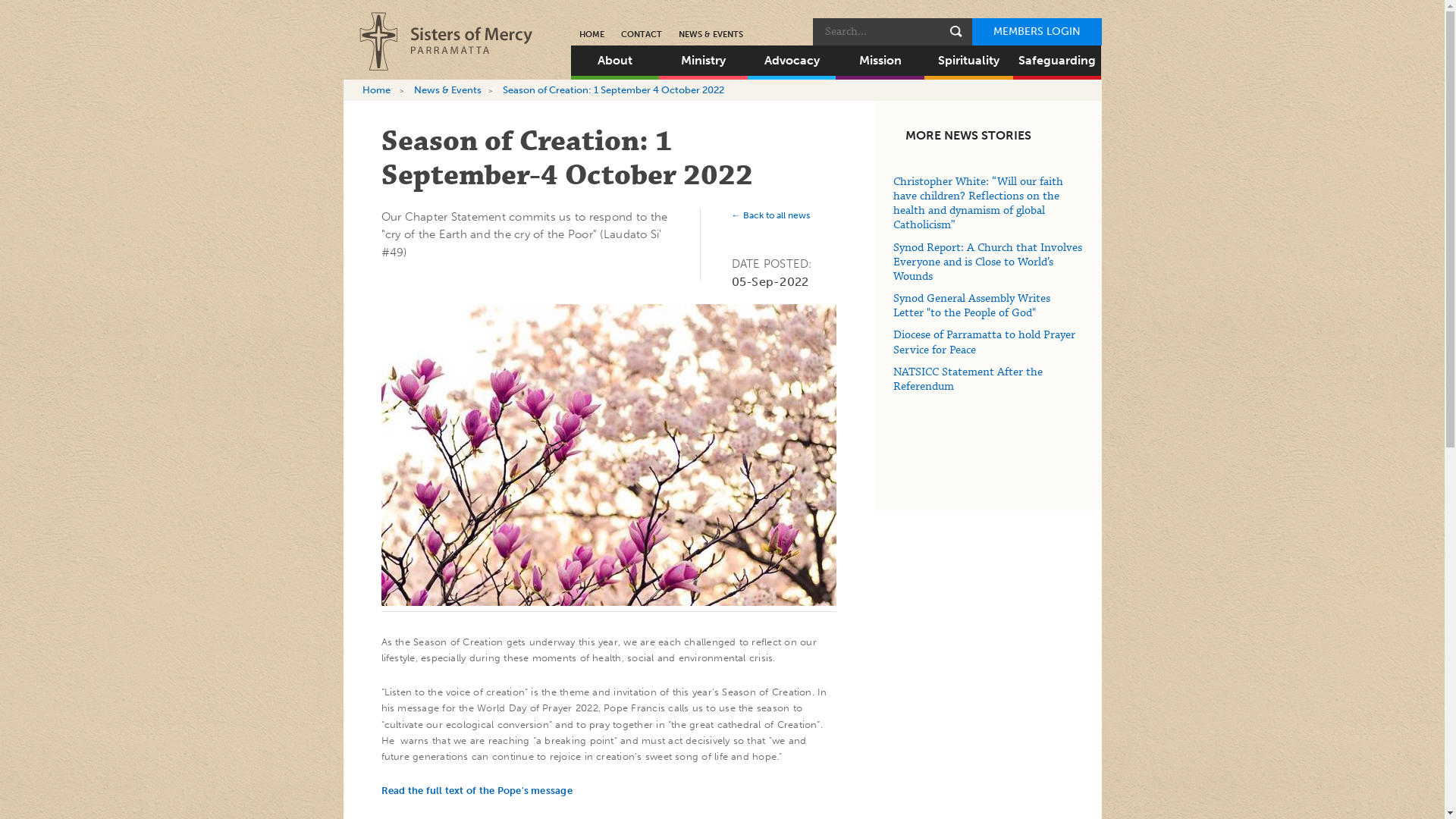  What do you see at coordinates (967, 378) in the screenshot?
I see `'NATSICC Statement After the Referendum'` at bounding box center [967, 378].